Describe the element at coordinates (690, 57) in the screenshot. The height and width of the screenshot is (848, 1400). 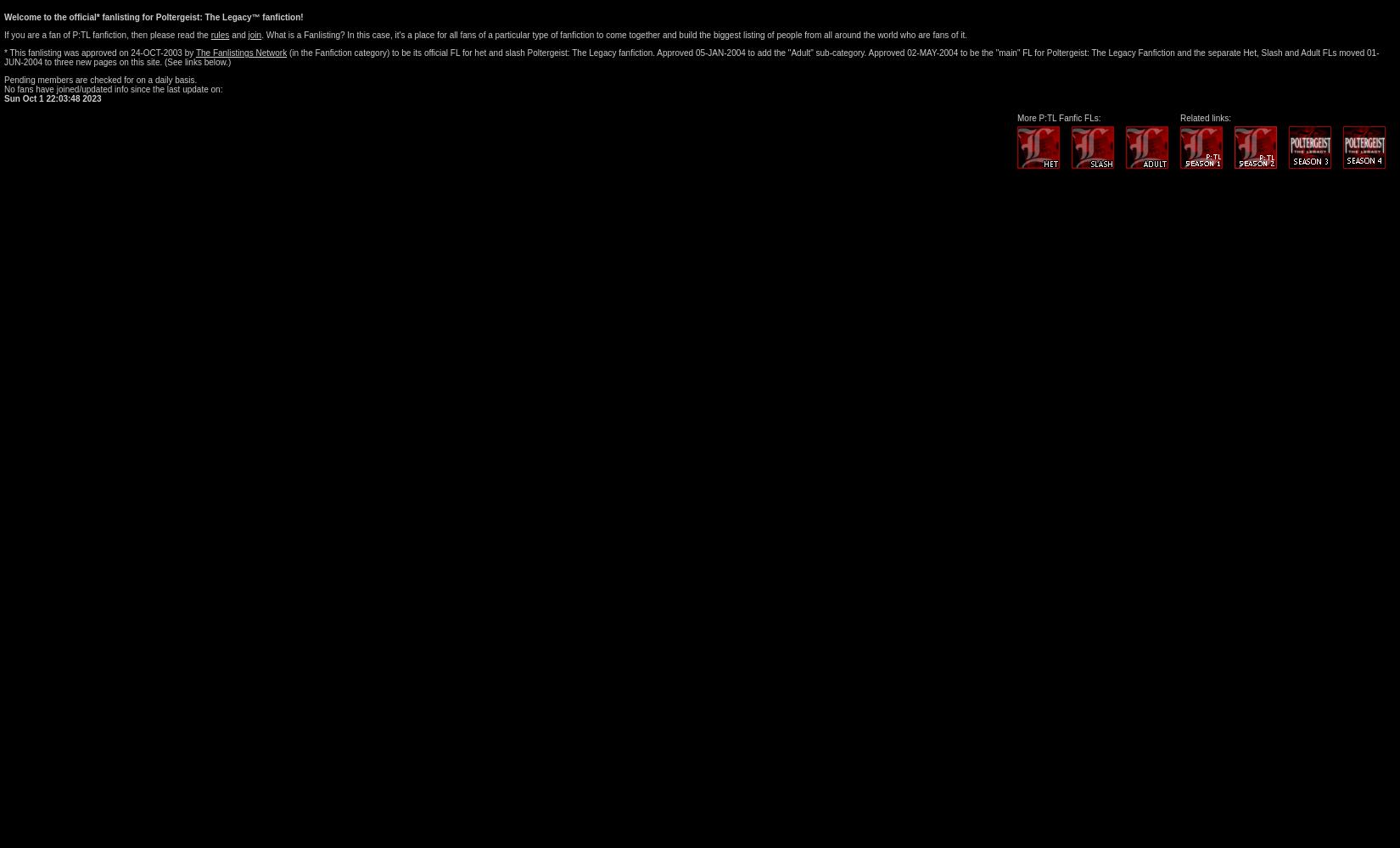
I see `'(in the Fanfiction category) to be its official 
        FL for het and slash Poltergeist: The Legacy fanfiction. Approved 05-JAN-2004 
        to add the "Adult" sub-category. Approved 02-MAY-2004 to be 
        the "main" FL for Poltergeist: The Legacy Fanfiction and the 
        separate Het, Slash and Adult FLs moved 01-JUN-2004 to three new pages 
        on this site. (See links below.)'` at that location.